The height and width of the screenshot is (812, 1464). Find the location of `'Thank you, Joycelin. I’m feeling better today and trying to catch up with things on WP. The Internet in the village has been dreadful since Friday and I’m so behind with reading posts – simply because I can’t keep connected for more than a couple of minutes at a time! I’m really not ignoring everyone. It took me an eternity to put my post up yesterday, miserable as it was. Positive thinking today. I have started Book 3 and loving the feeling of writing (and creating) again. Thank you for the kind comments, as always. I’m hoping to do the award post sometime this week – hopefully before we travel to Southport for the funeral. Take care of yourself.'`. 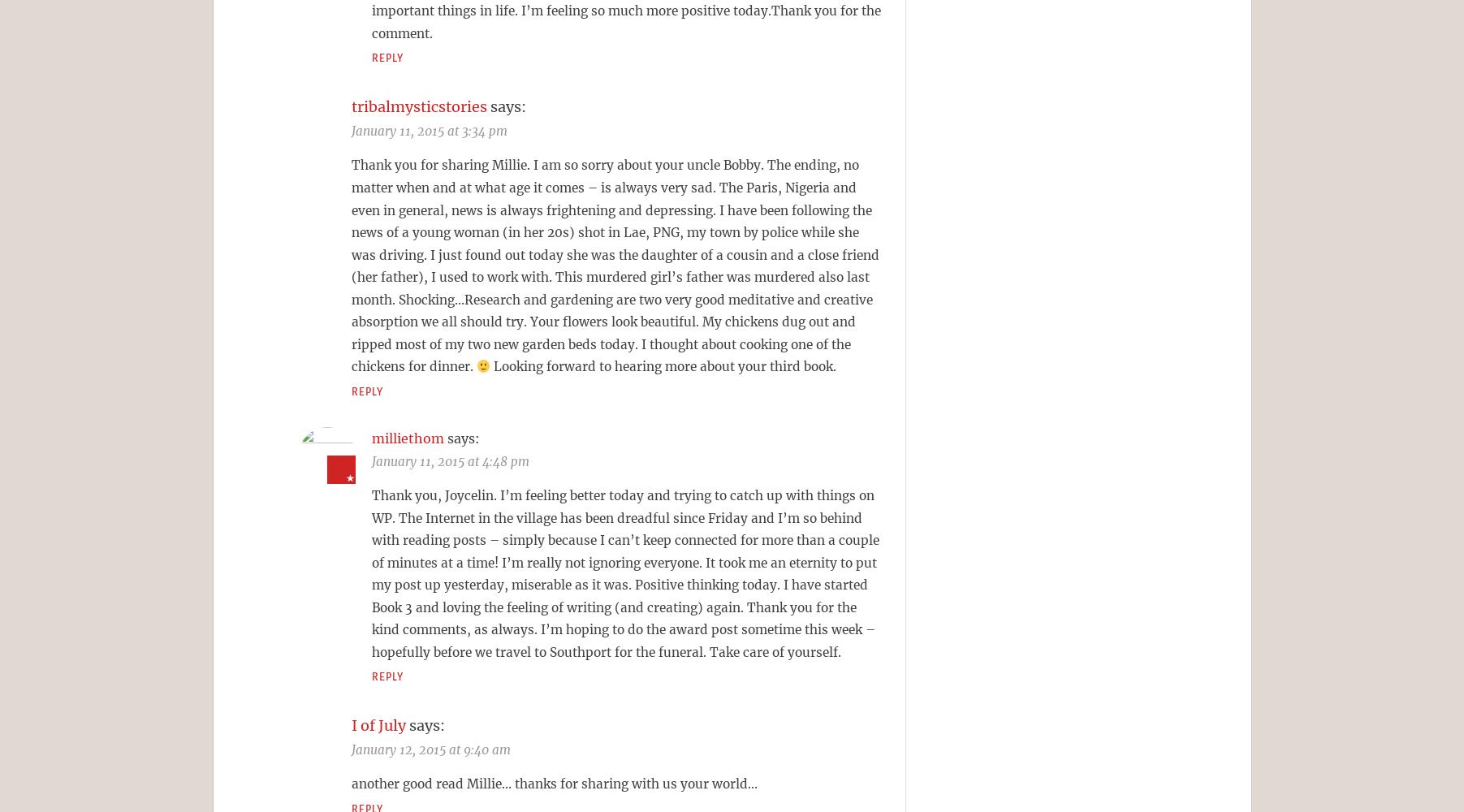

'Thank you, Joycelin. I’m feeling better today and trying to catch up with things on WP. The Internet in the village has been dreadful since Friday and I’m so behind with reading posts – simply because I can’t keep connected for more than a couple of minutes at a time! I’m really not ignoring everyone. It took me an eternity to put my post up yesterday, miserable as it was. Positive thinking today. I have started Book 3 and loving the feeling of writing (and creating) again. Thank you for the kind comments, as always. I’m hoping to do the award post sometime this week – hopefully before we travel to Southport for the funeral. Take care of yourself.' is located at coordinates (624, 572).